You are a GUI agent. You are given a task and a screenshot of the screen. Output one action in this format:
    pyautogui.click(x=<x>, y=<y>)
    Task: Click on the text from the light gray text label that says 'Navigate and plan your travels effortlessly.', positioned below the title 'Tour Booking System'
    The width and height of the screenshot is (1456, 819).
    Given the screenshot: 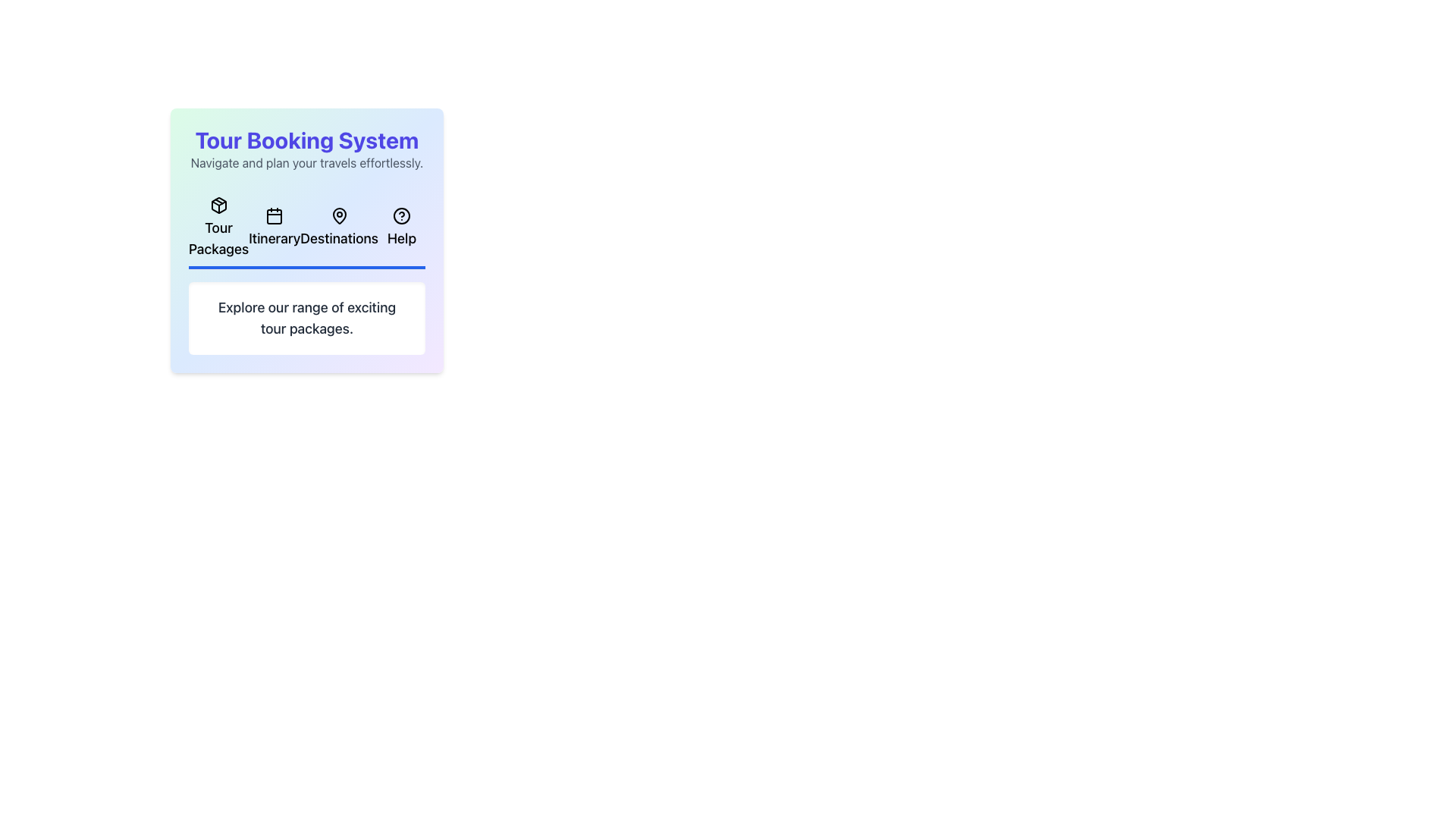 What is the action you would take?
    pyautogui.click(x=306, y=163)
    